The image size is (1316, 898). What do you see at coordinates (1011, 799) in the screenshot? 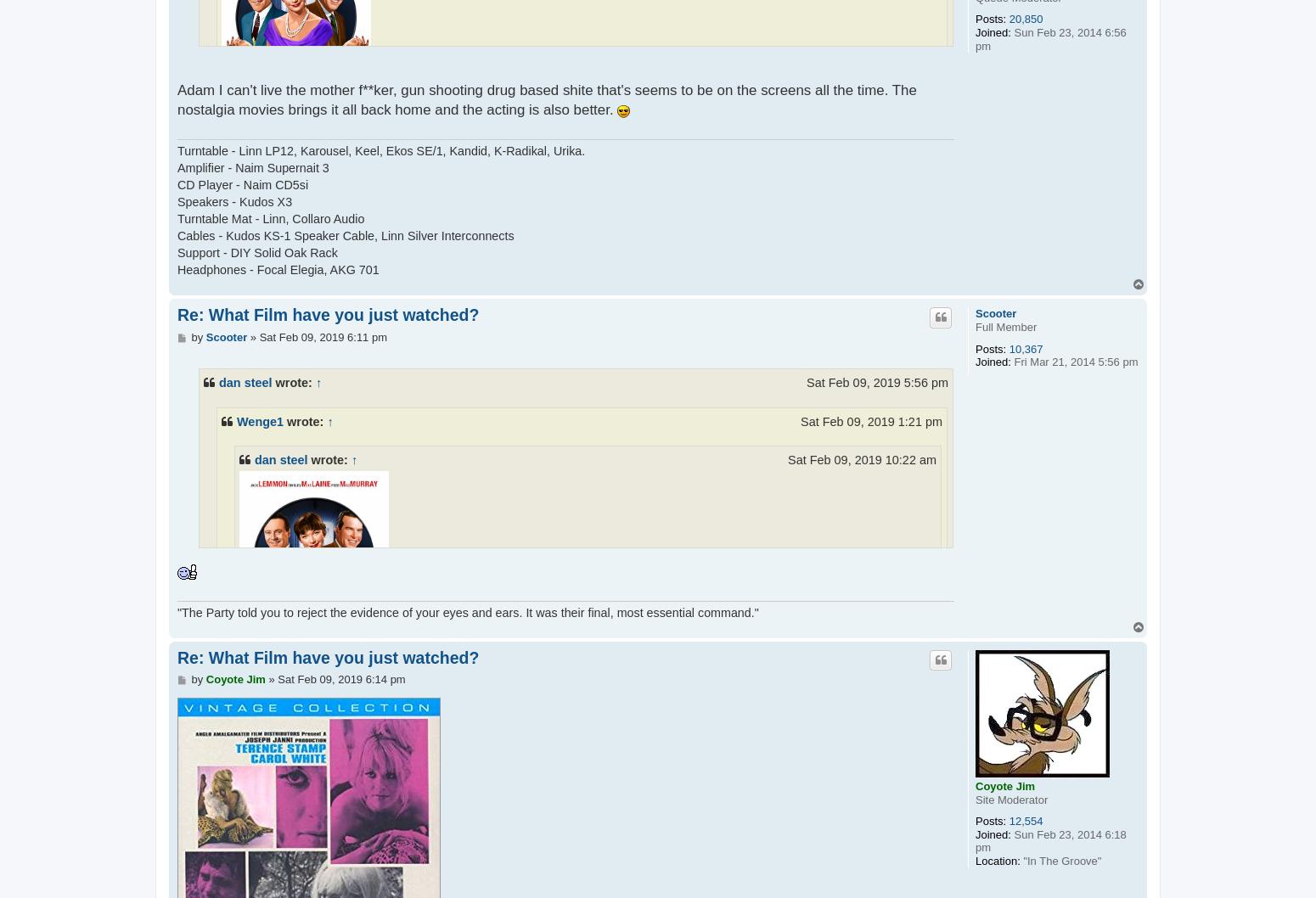
I see `'Site Moderator'` at bounding box center [1011, 799].